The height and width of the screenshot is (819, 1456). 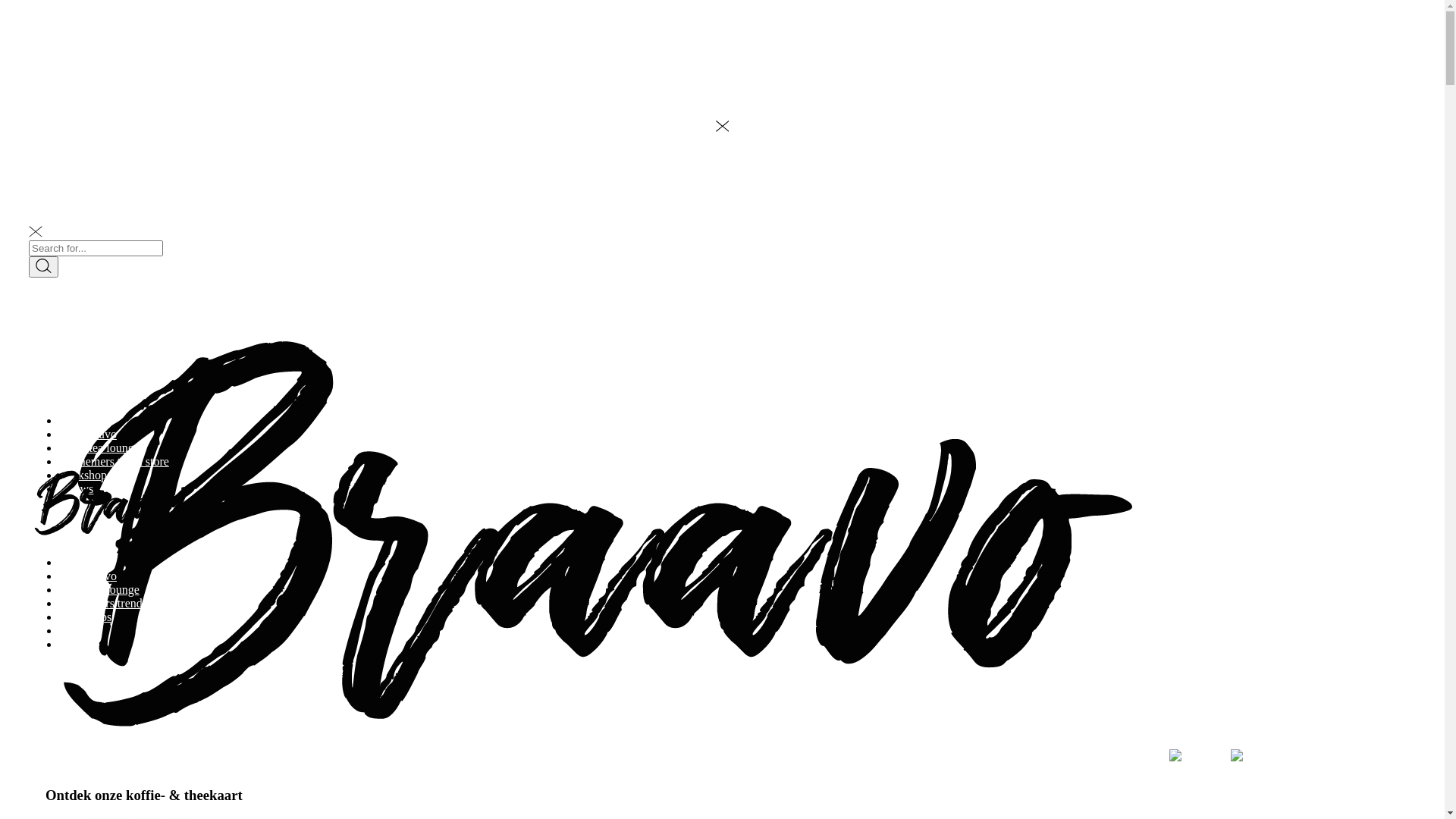 I want to click on 'deelnemers trend store', so click(x=113, y=602).